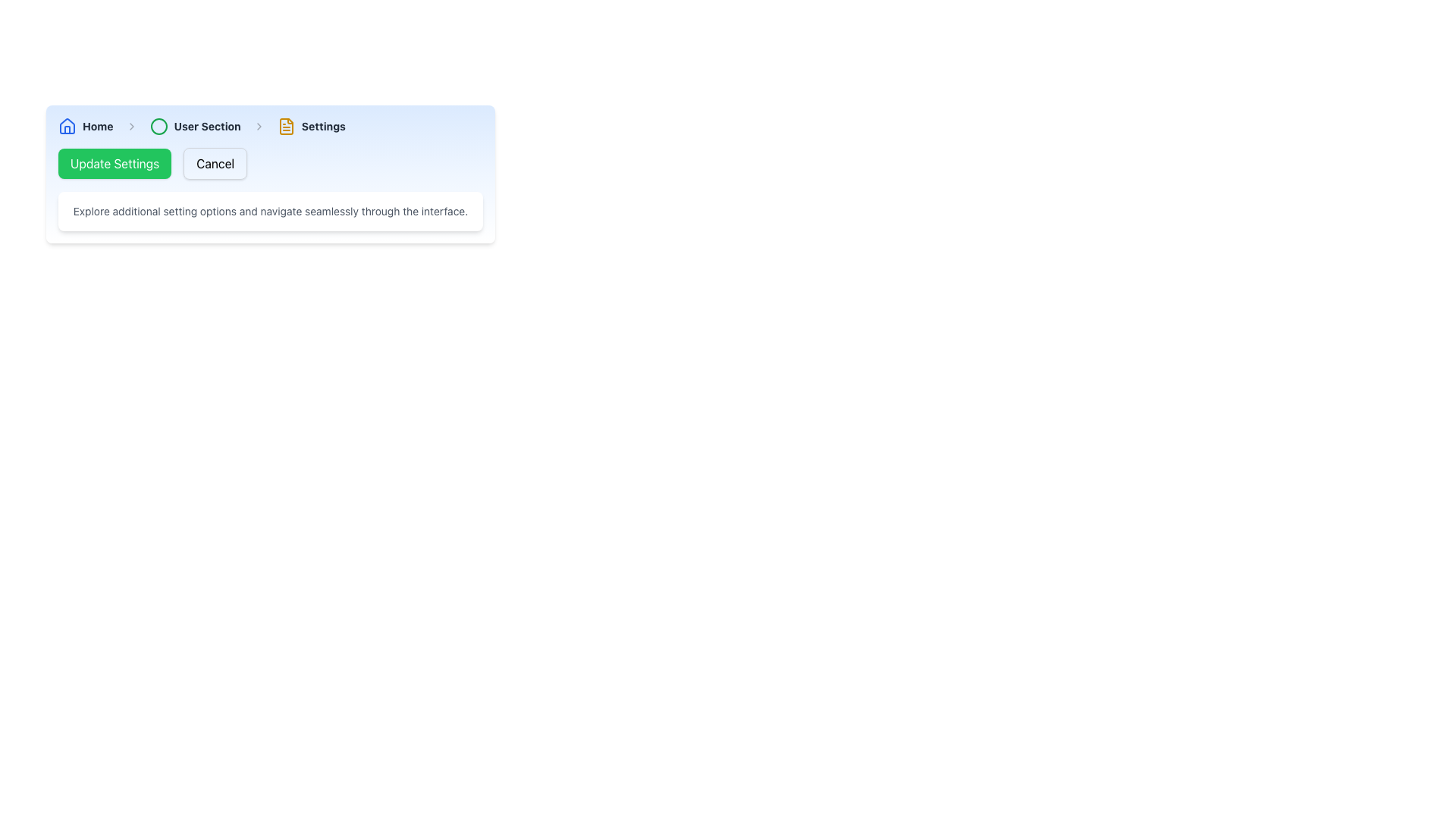 Image resolution: width=1456 pixels, height=819 pixels. Describe the element at coordinates (114, 164) in the screenshot. I see `the green 'Update Settings' button with white text` at that location.